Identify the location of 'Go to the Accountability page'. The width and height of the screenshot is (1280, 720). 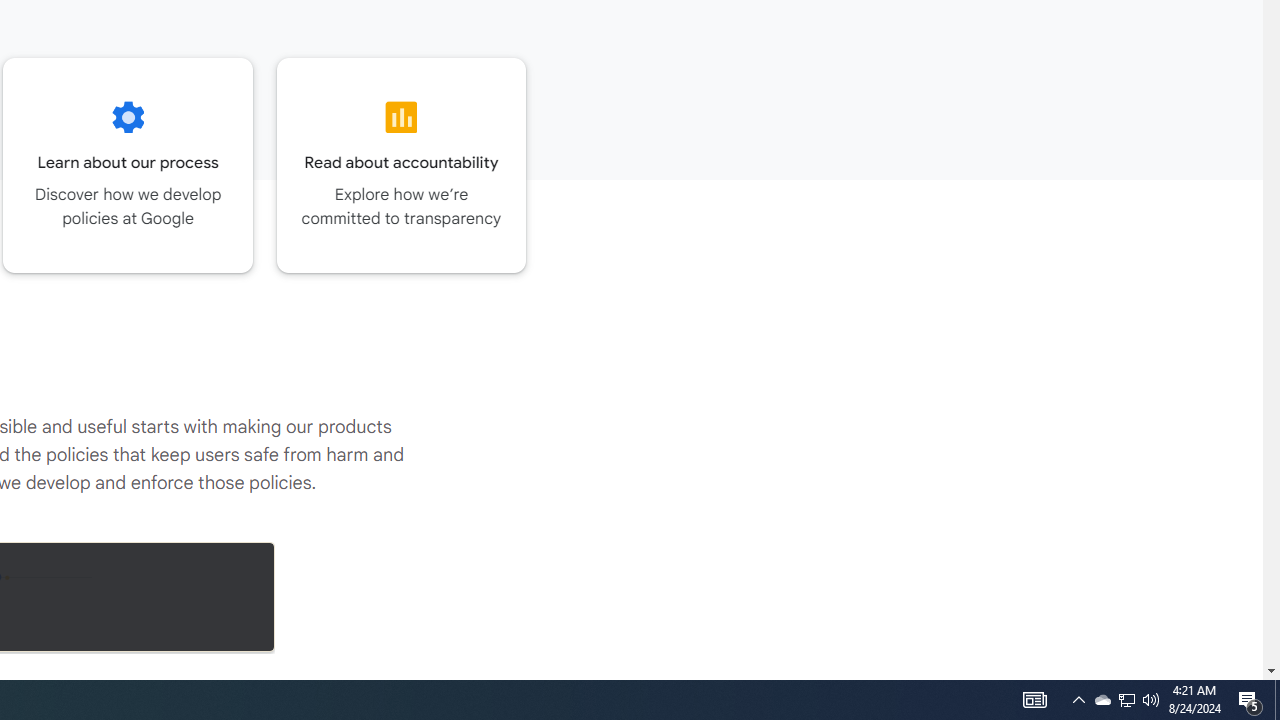
(400, 164).